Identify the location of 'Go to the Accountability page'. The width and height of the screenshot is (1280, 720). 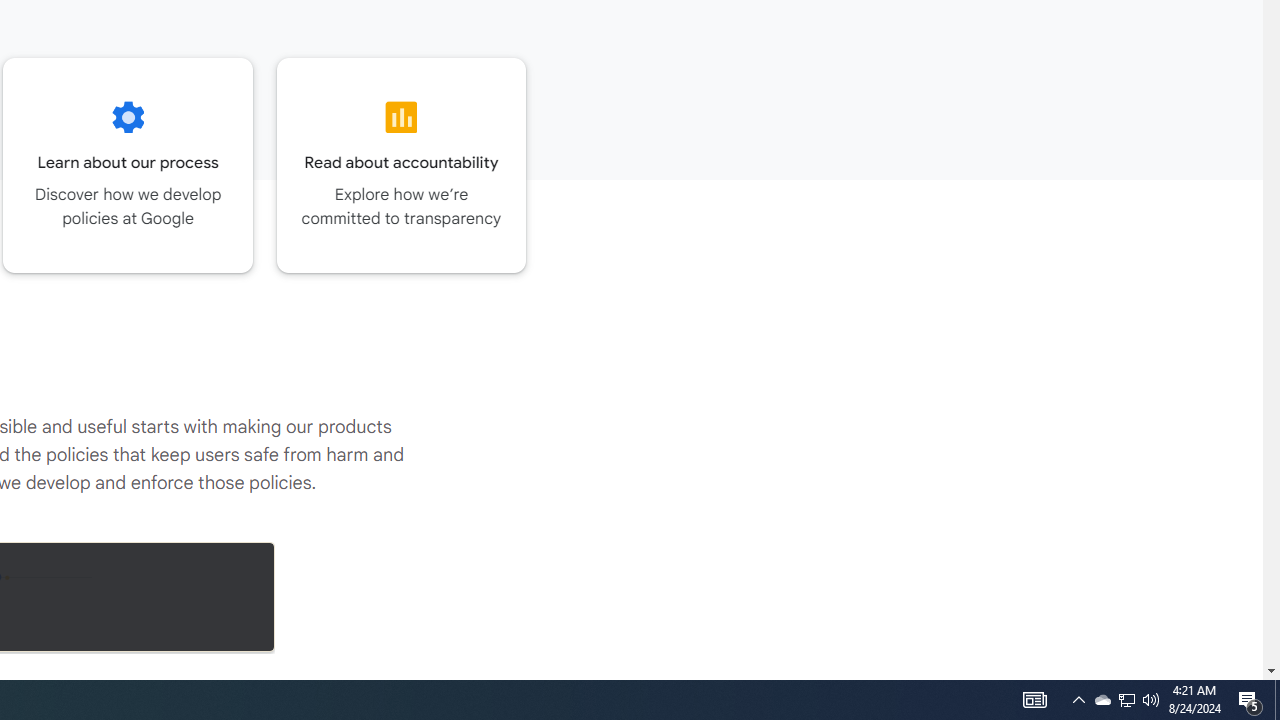
(400, 164).